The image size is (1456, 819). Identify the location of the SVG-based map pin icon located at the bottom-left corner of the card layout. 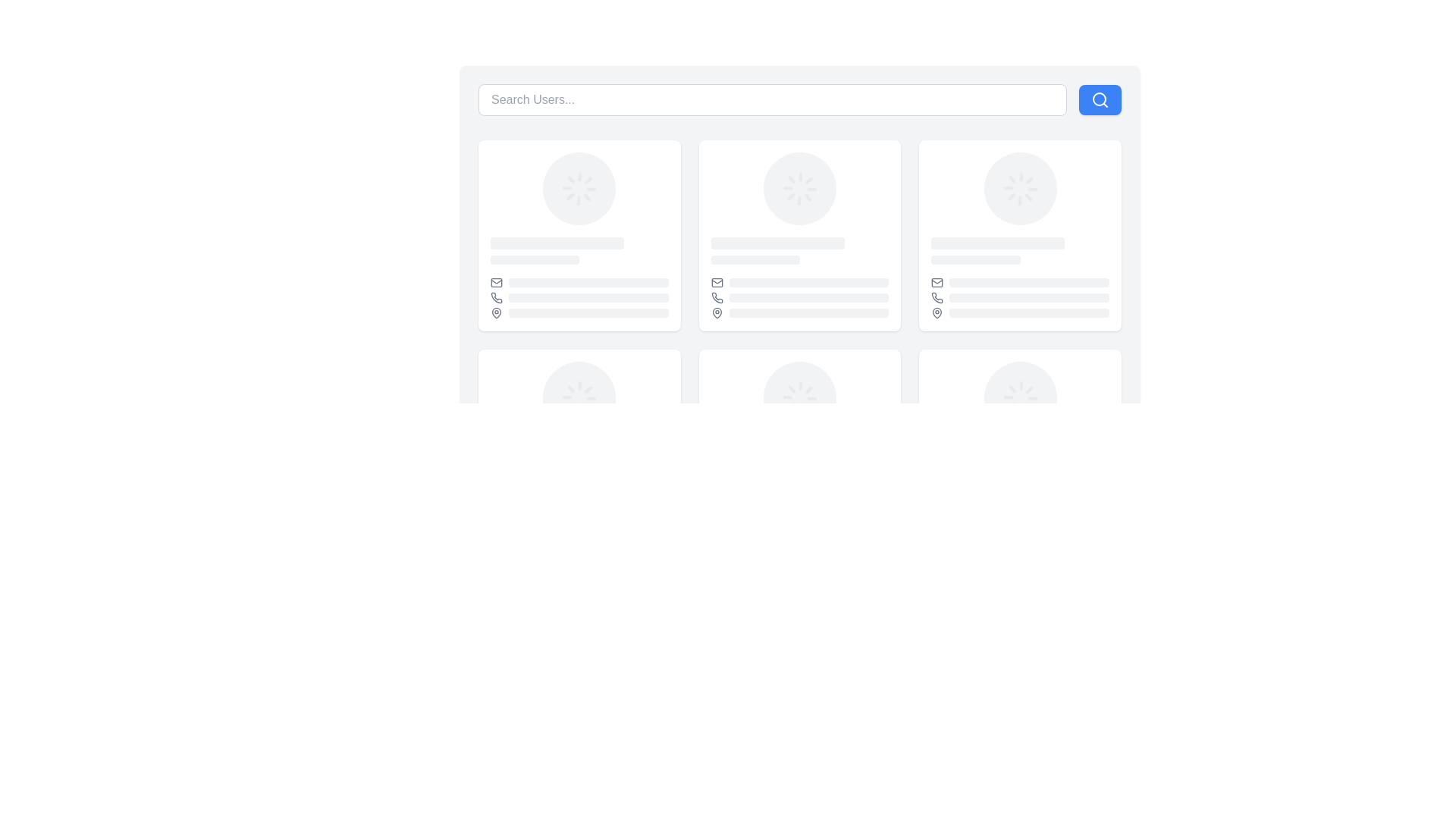
(496, 312).